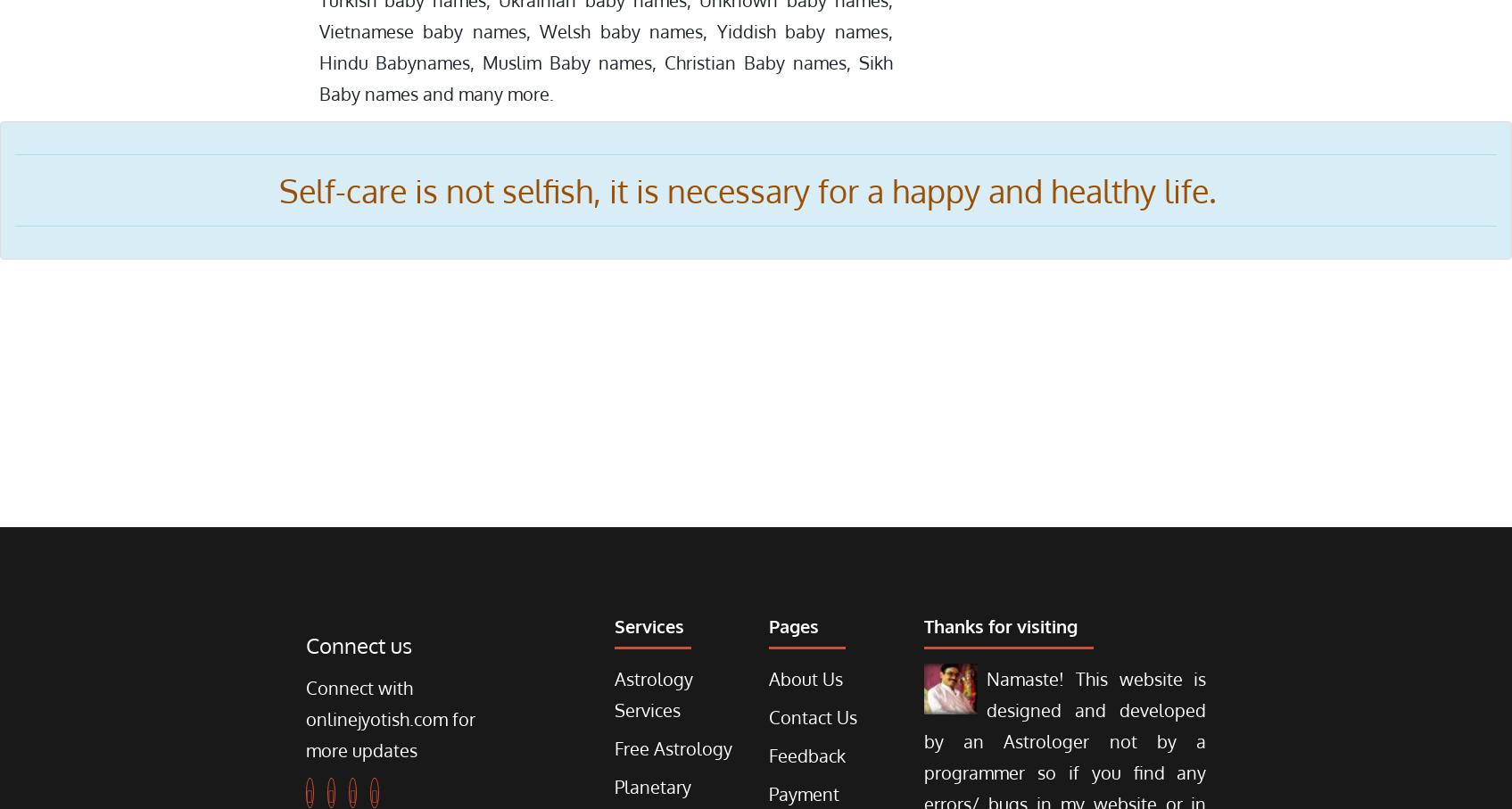 The image size is (1512, 809). What do you see at coordinates (793, 626) in the screenshot?
I see `'Pages'` at bounding box center [793, 626].